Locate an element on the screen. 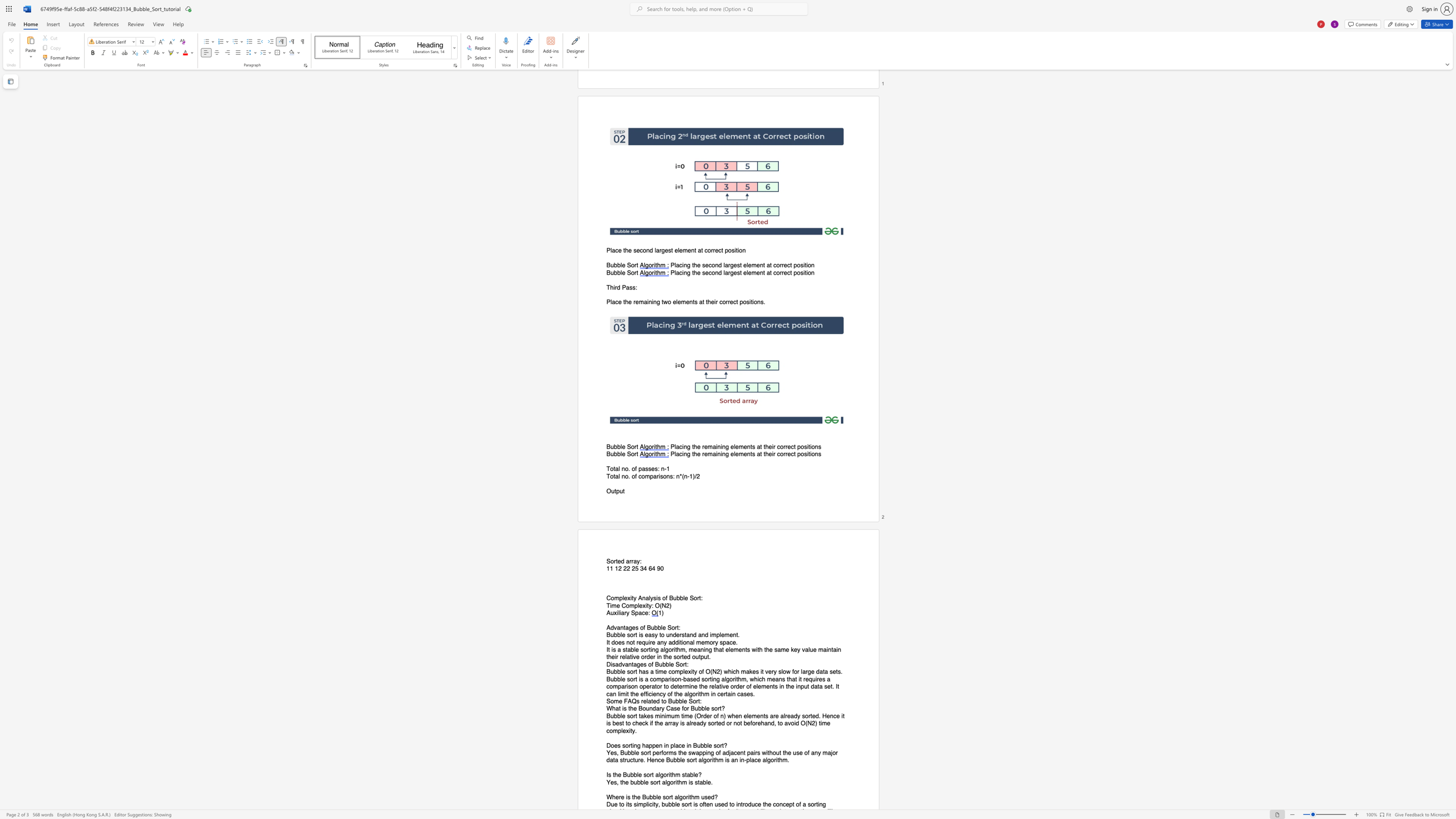 This screenshot has height=819, width=1456. the 3th character "e" in the text is located at coordinates (696, 774).